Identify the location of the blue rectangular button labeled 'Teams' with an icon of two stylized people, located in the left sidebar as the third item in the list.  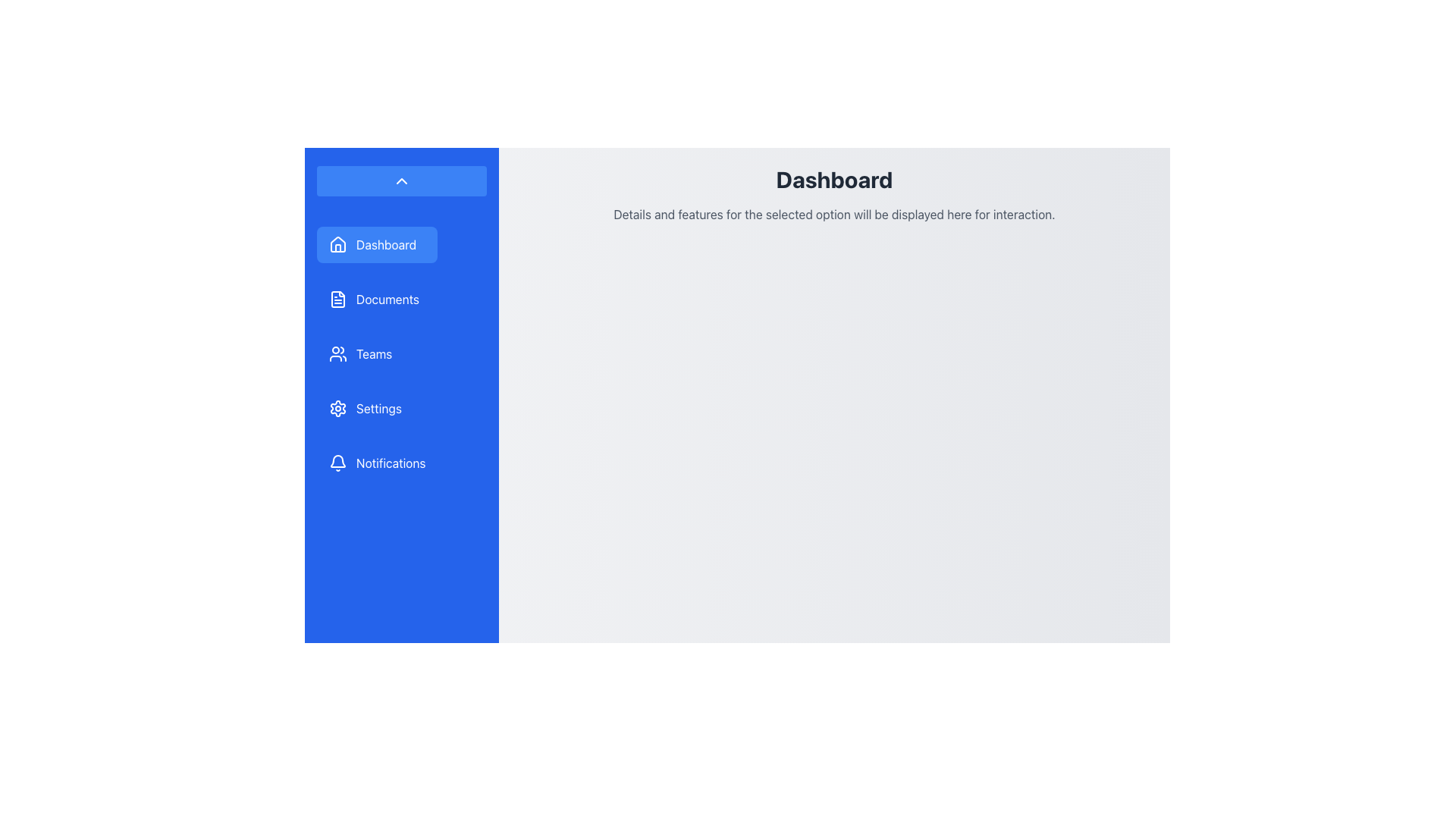
(377, 353).